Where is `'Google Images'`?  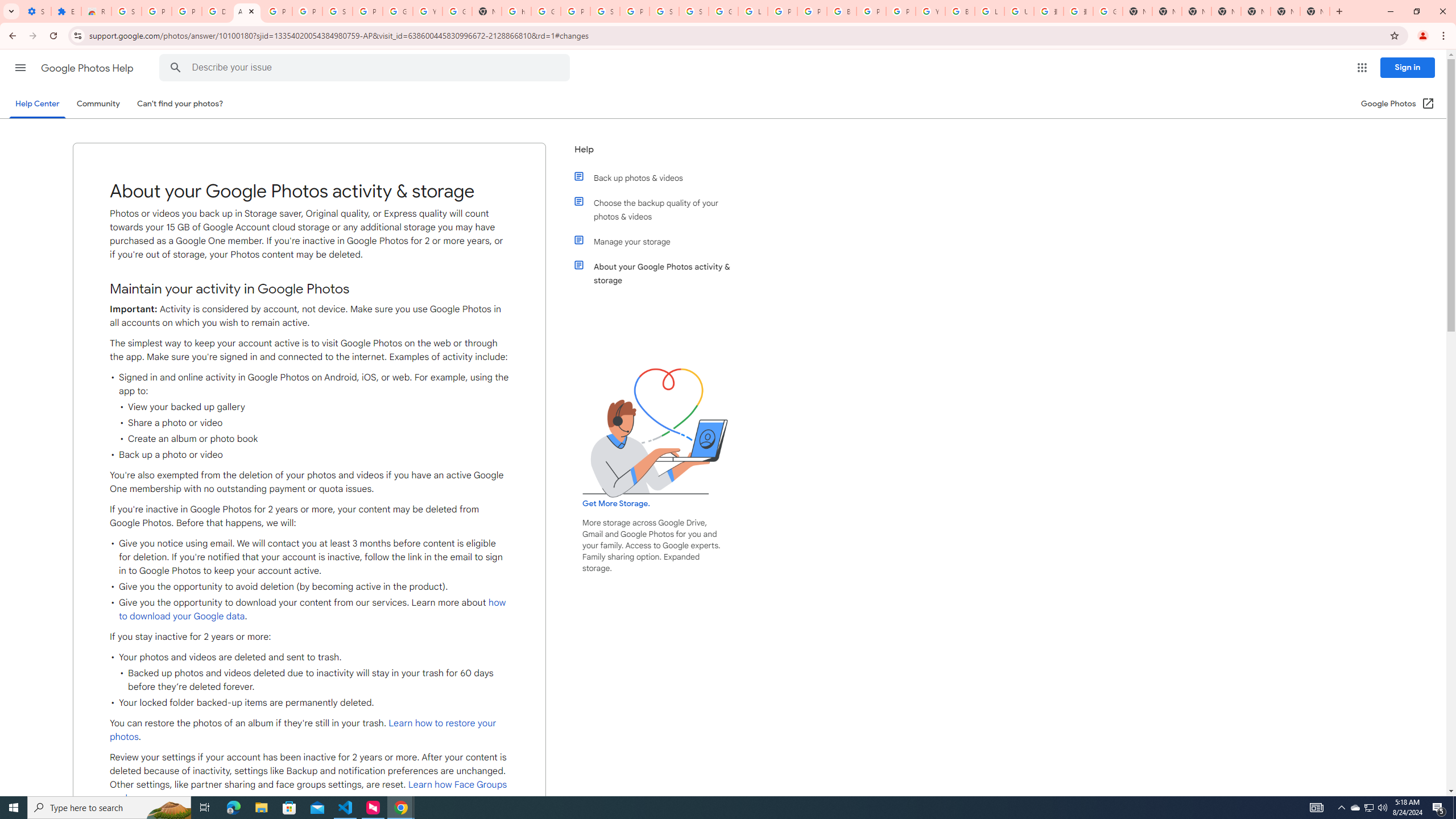 'Google Images' is located at coordinates (1108, 11).